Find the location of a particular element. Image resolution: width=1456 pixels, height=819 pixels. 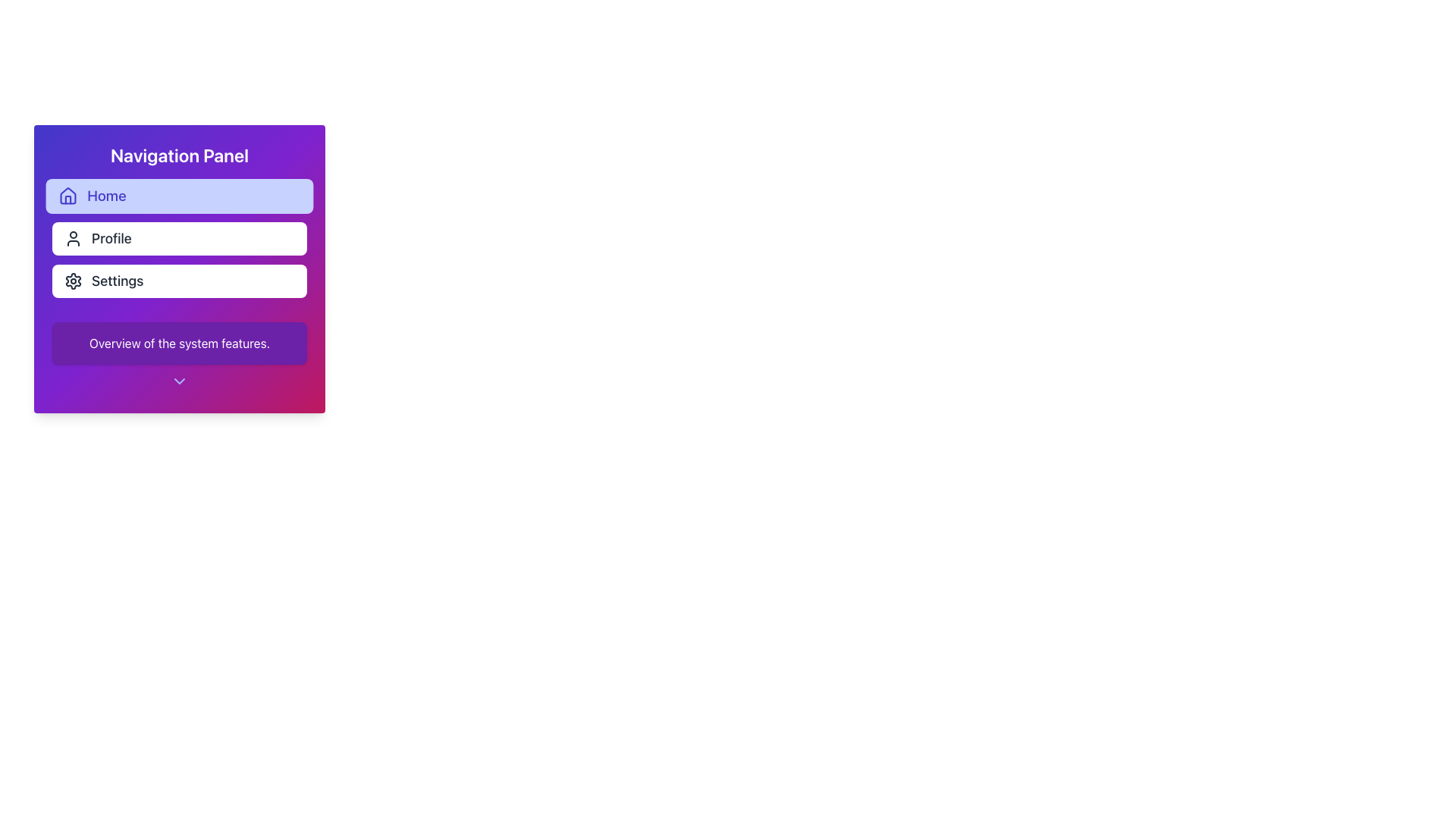

the vibrant red gear-shaped icon representing the Settings option in the navigation panel, positioned below the Profile option and above the Overview button is located at coordinates (72, 281).